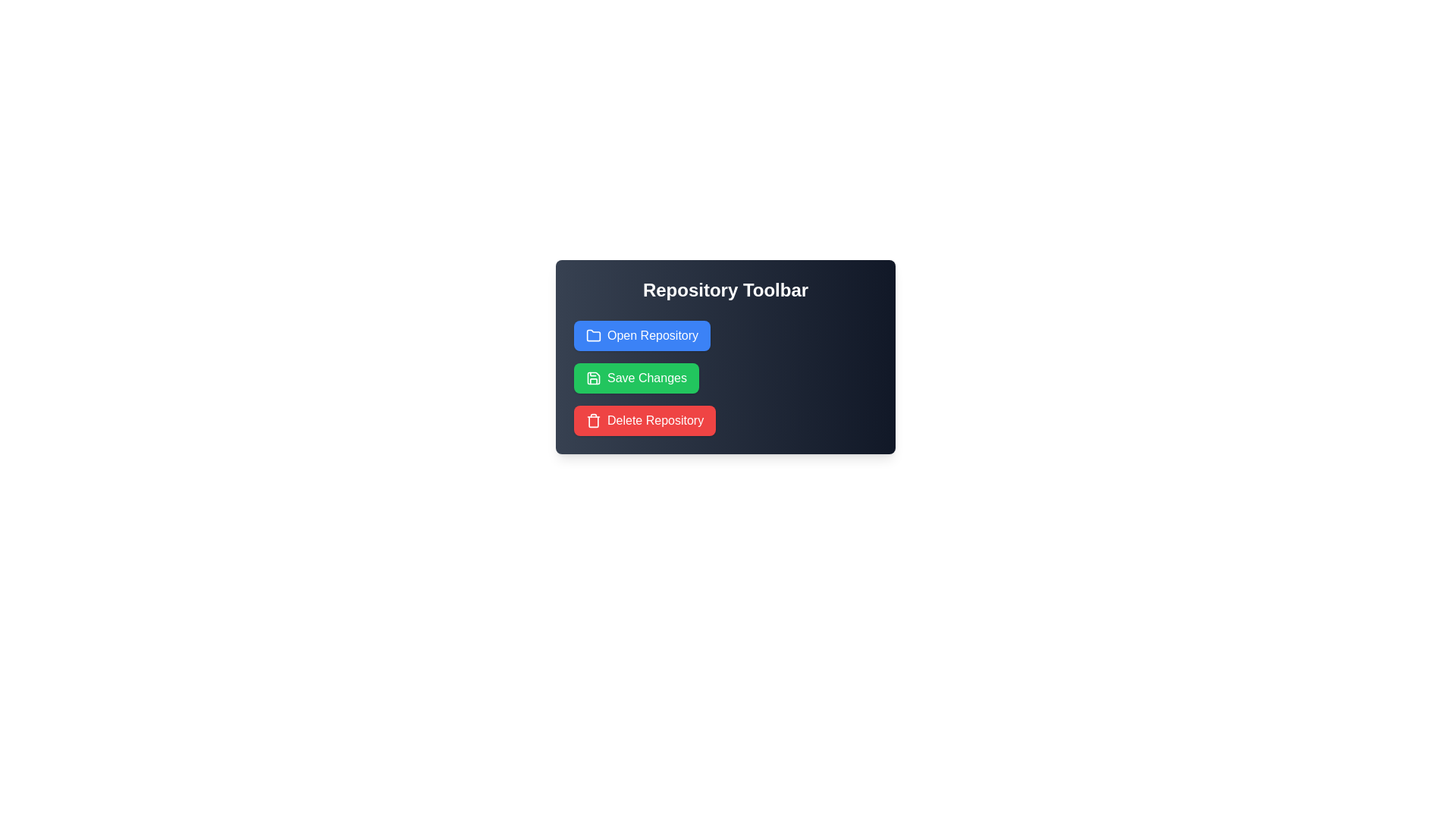  Describe the element at coordinates (592, 335) in the screenshot. I see `the folder-shaped SVG icon with a blue border located to the left of the text 'Open Repository' within the 'Open Repository' button` at that location.